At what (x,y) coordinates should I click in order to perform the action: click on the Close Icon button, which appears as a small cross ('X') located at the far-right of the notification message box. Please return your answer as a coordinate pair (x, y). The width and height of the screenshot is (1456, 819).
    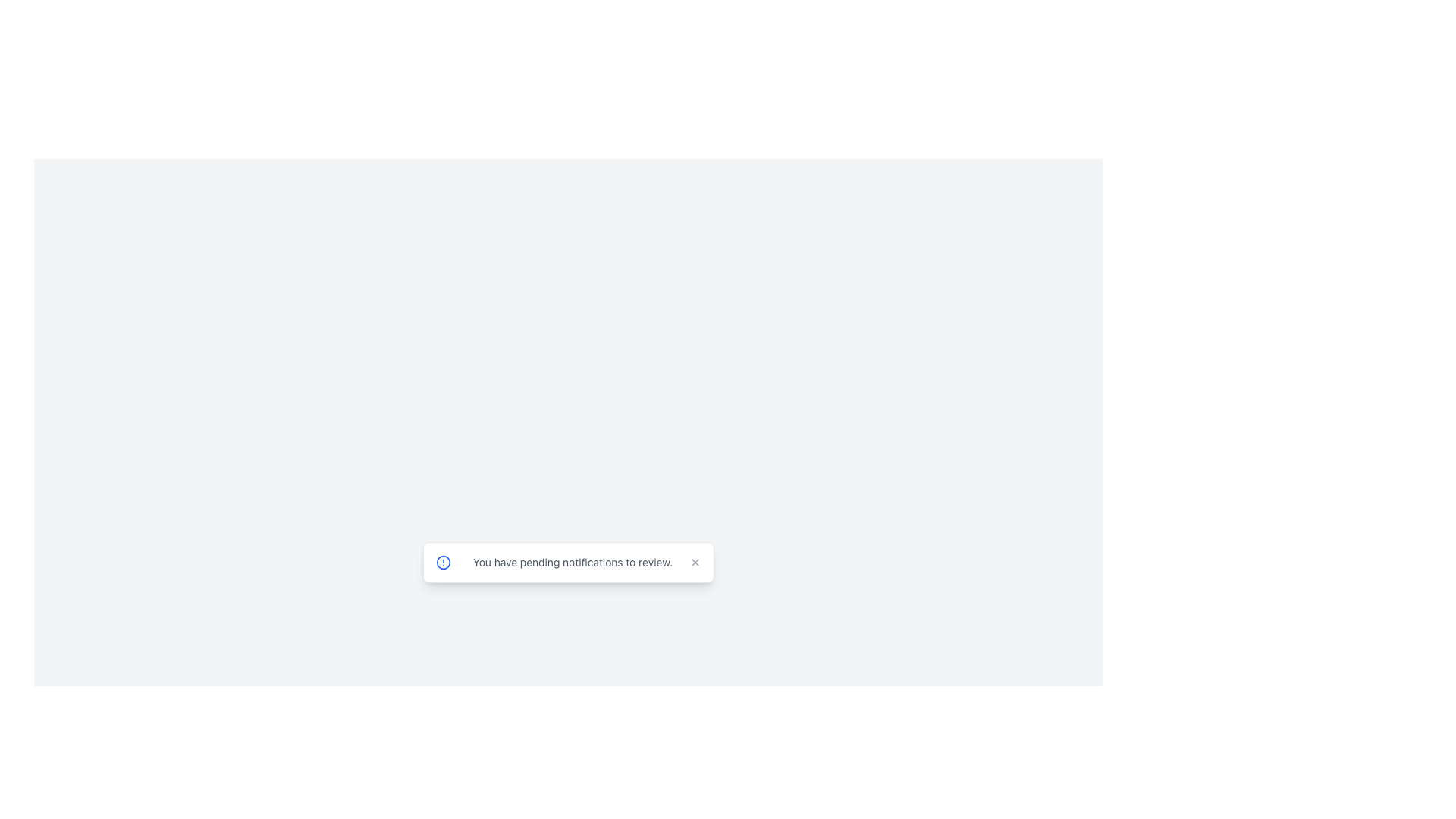
    Looking at the image, I should click on (694, 562).